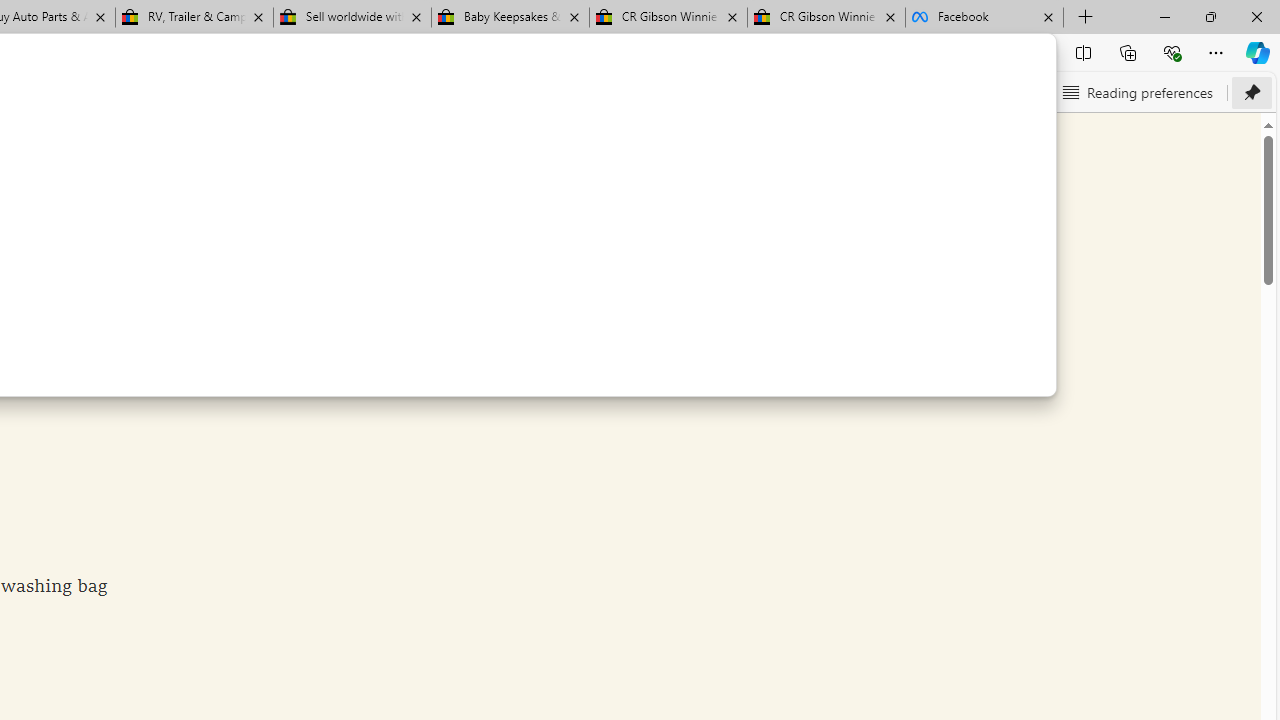  What do you see at coordinates (1137, 92) in the screenshot?
I see `'Reading preferences'` at bounding box center [1137, 92].